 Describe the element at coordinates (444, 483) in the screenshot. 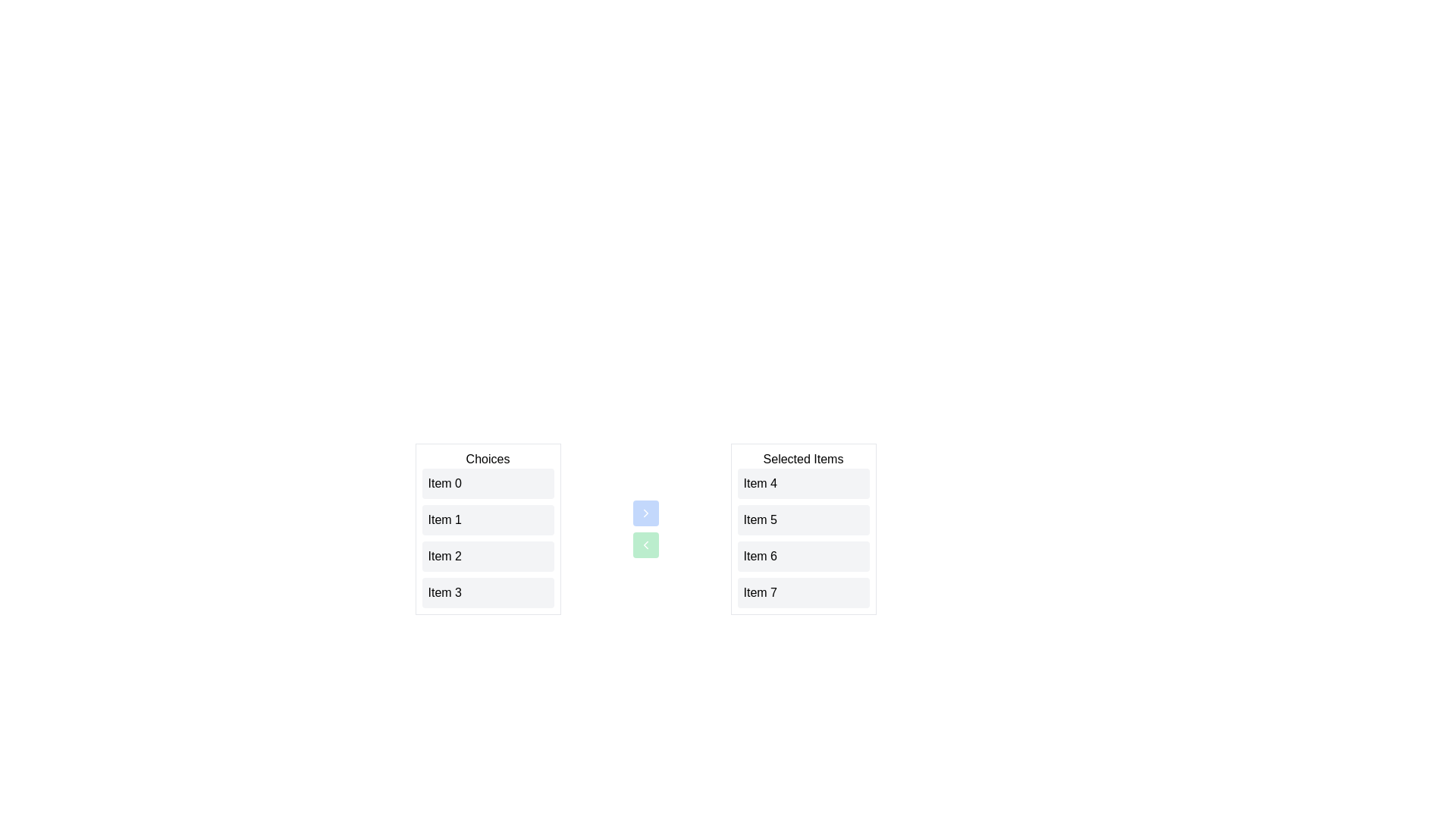

I see `the text label displaying 'Item 0', which is the top selectable item in the 'Choices' column` at that location.